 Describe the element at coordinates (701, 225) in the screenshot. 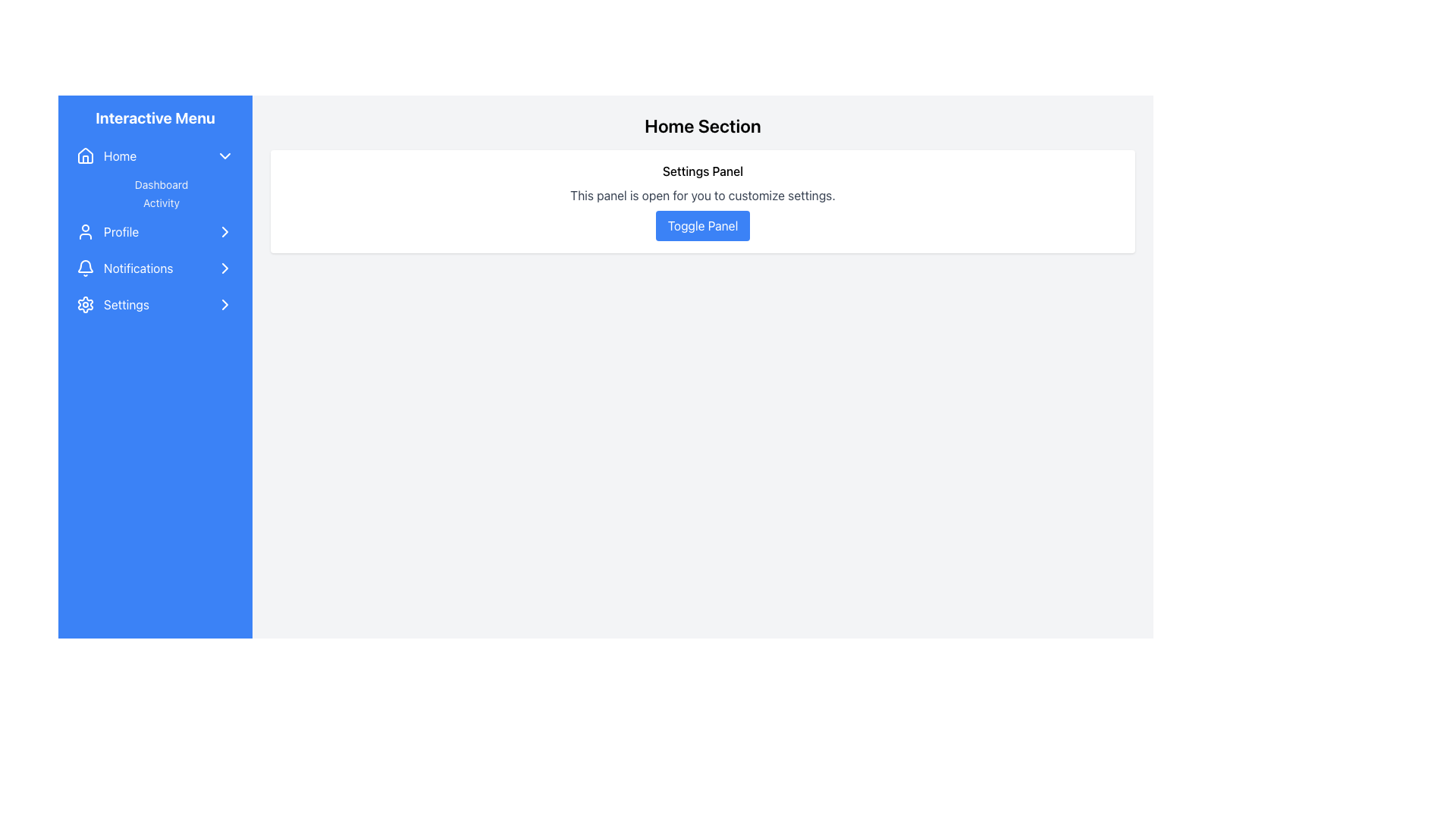

I see `the button located at the bottom of the Settings Panel, below the text 'This panel is open for you to customize settings.'` at that location.